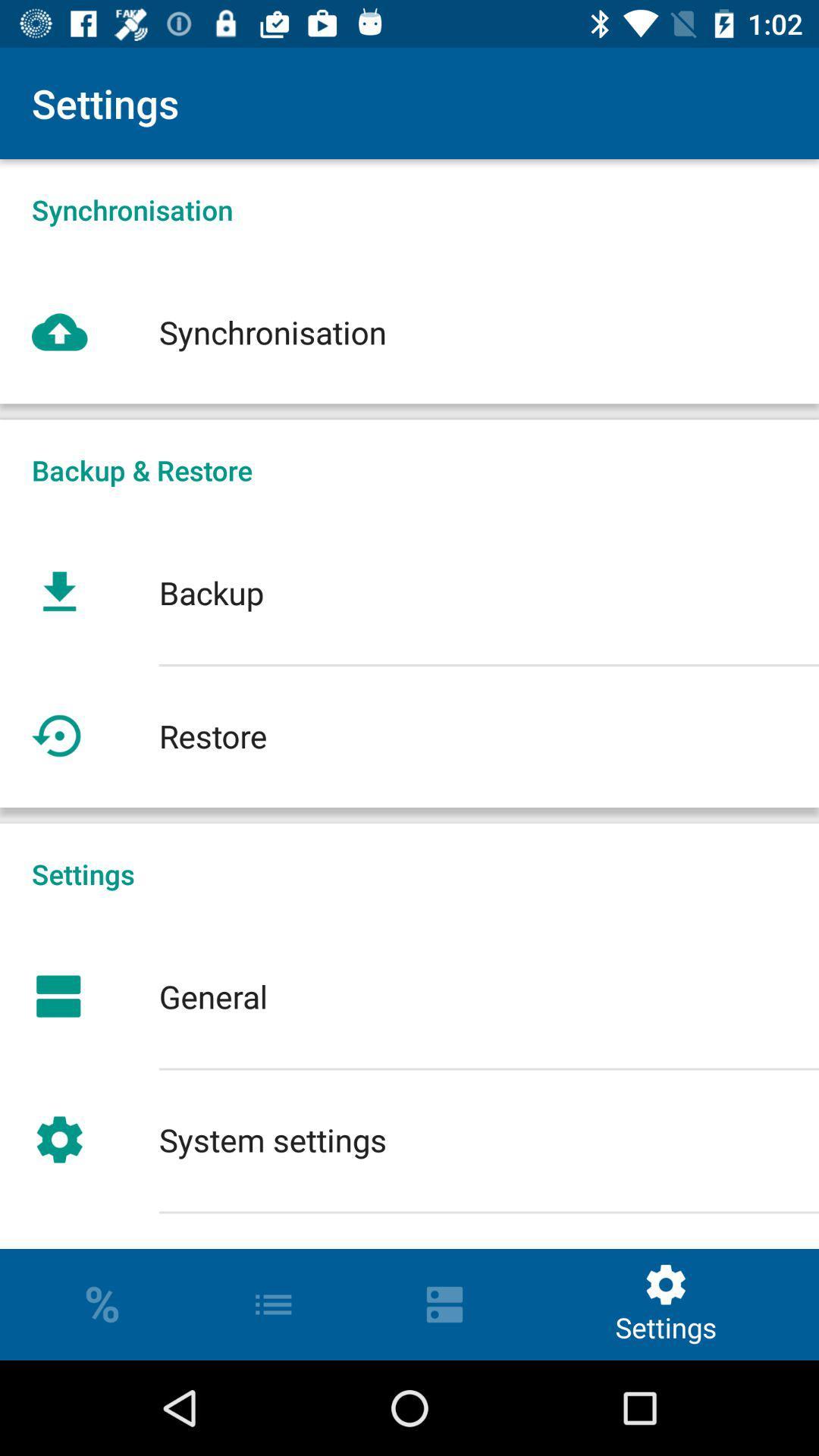 This screenshot has width=819, height=1456. What do you see at coordinates (409, 1230) in the screenshot?
I see `the sort order settings` at bounding box center [409, 1230].